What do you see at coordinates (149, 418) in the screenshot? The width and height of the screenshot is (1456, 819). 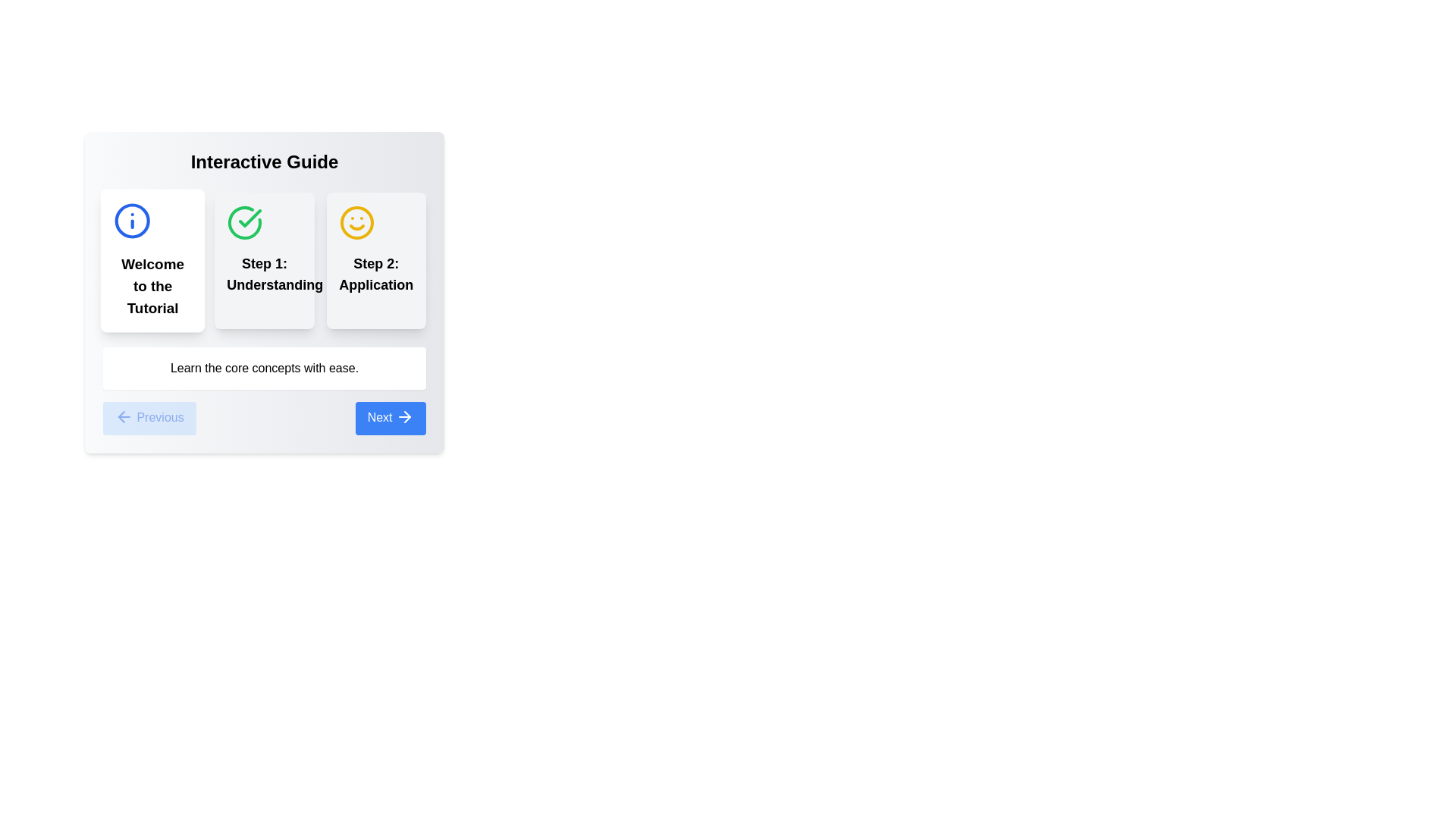 I see `the Previous button to navigate between tutorial steps` at bounding box center [149, 418].